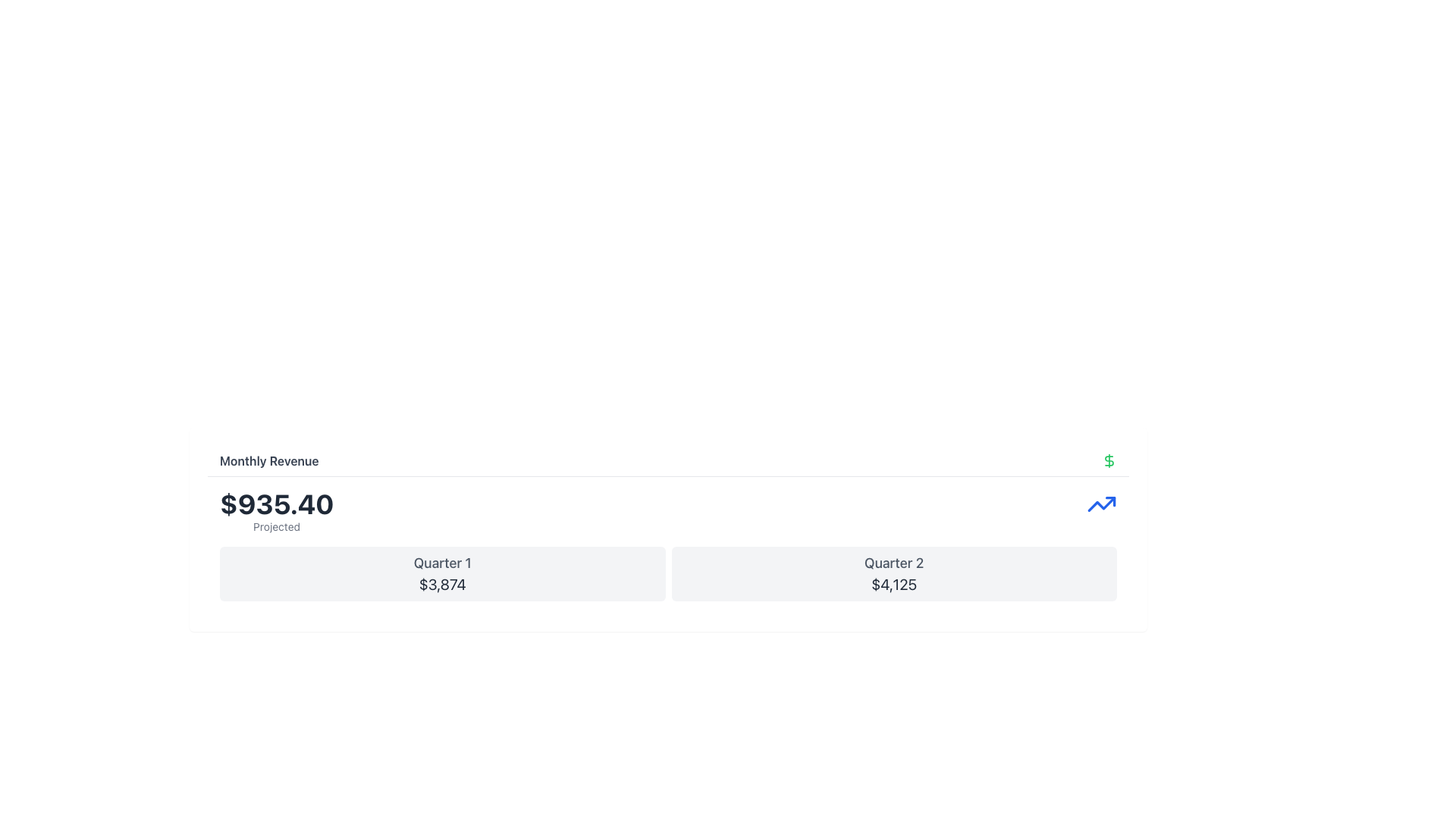 The height and width of the screenshot is (819, 1456). Describe the element at coordinates (277, 504) in the screenshot. I see `the projected revenue text label to read its displayed information` at that location.